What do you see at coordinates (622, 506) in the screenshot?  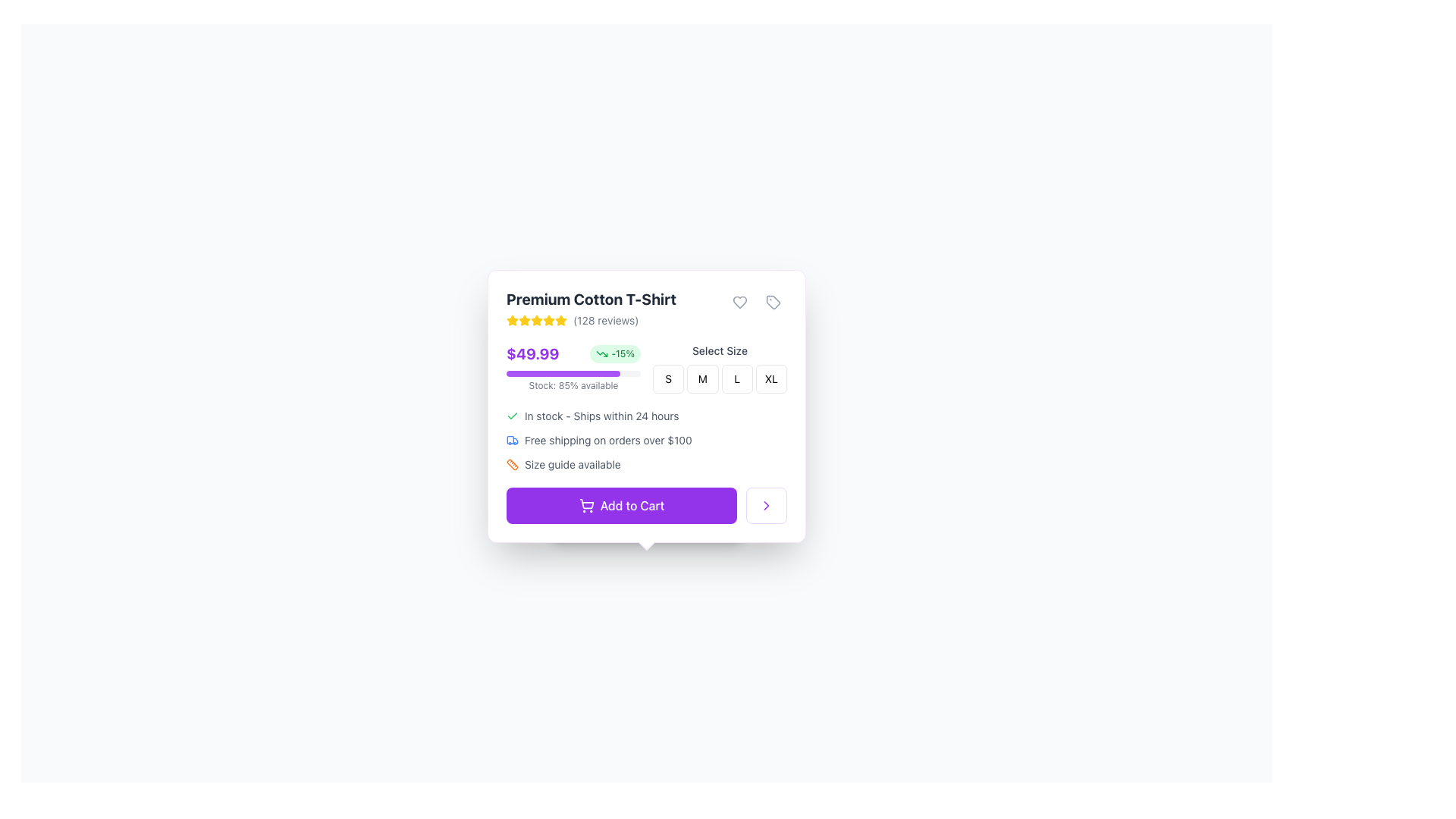 I see `the 'Add to Cart' button, which is a vibrant purple rectangular button with a shopping cart icon, located in the bottom-left corner of the product details card` at bounding box center [622, 506].